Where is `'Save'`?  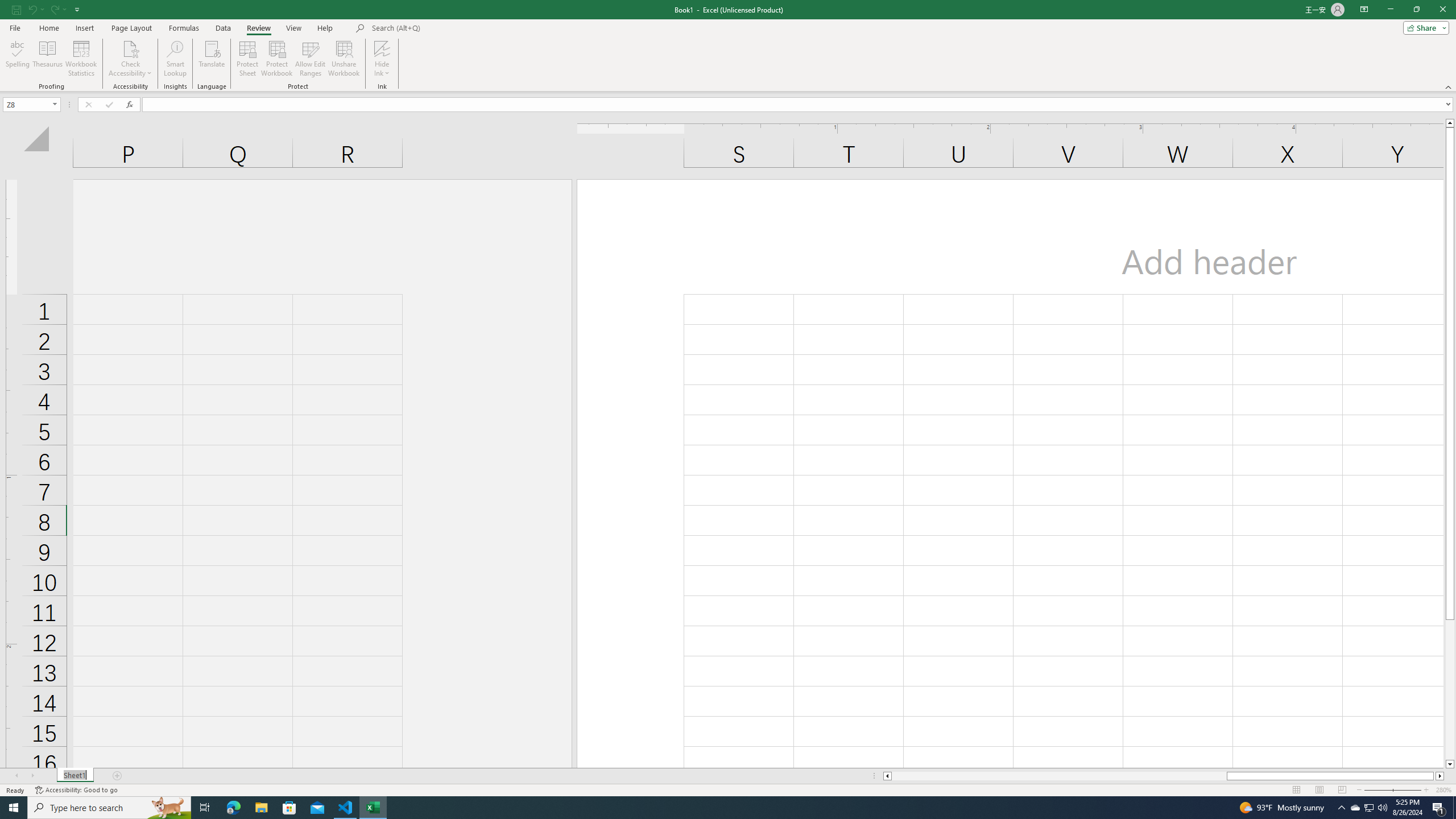 'Save' is located at coordinates (16, 9).